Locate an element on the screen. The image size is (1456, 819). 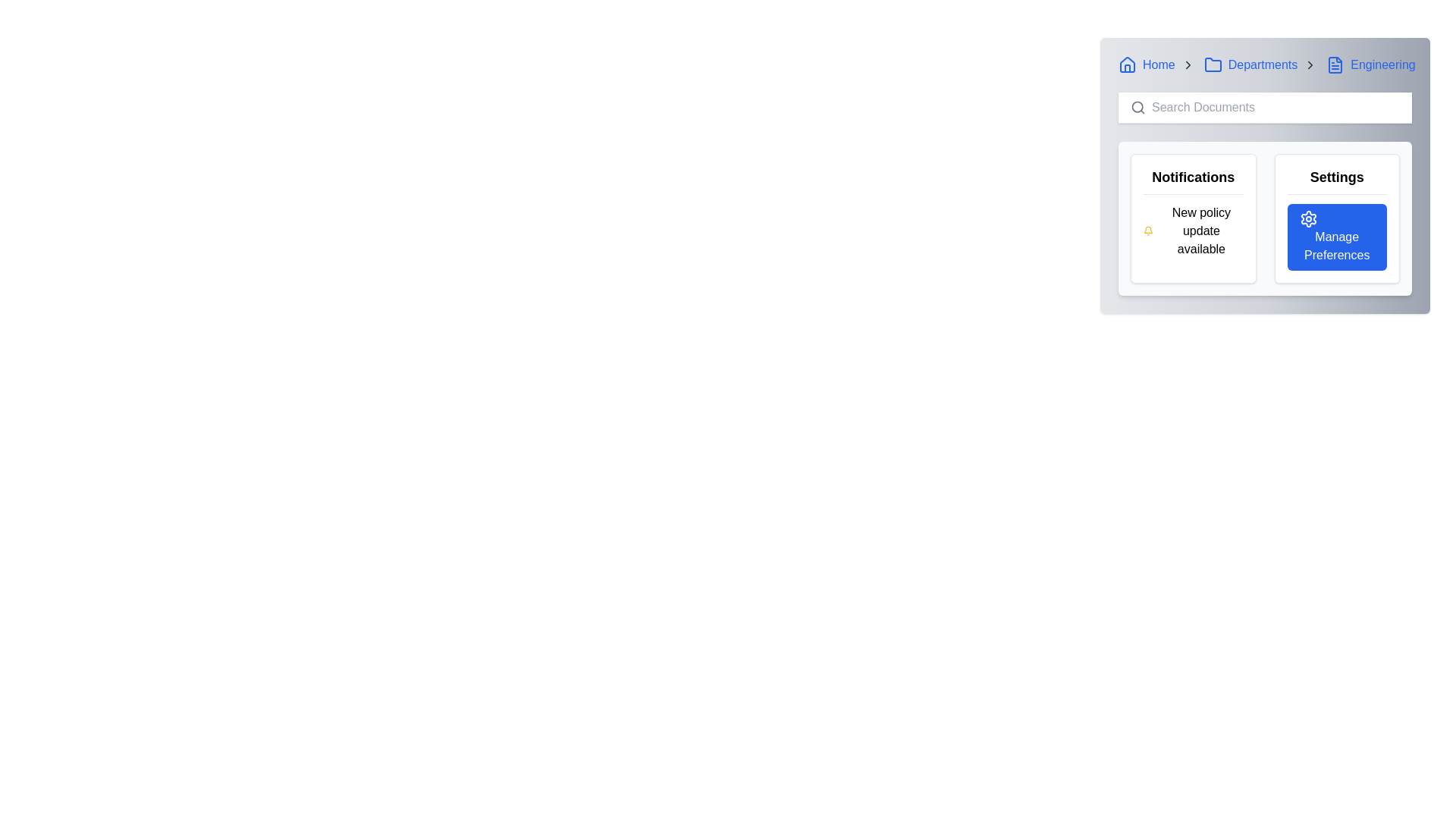
the smaller circular section of the magnifying glass icon, which represents the search functionality, located at the top left corner of the search bar is located at coordinates (1137, 106).